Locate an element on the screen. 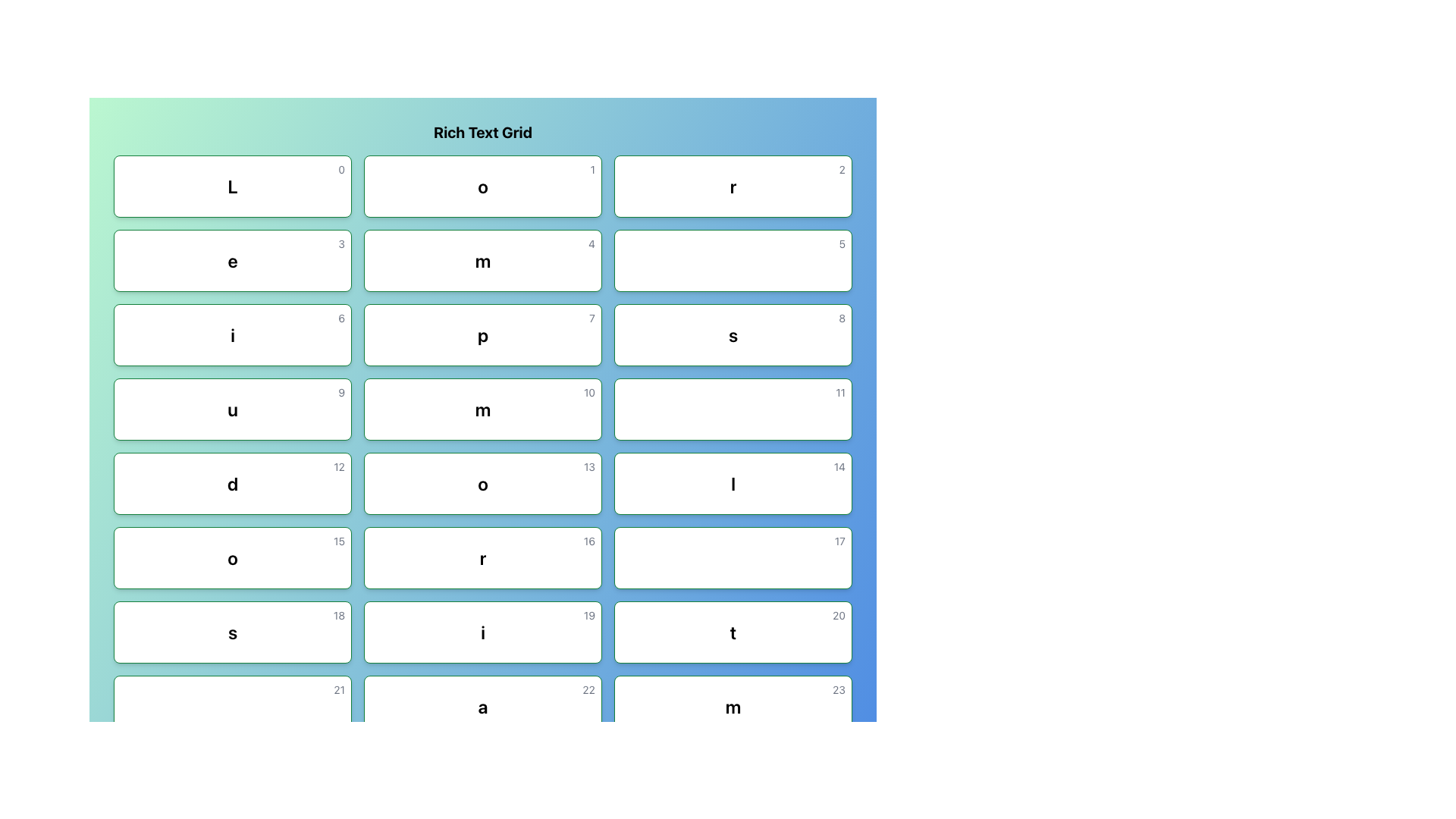  the grid cell located in the 8th row and 1st column, which is beneath the element labeled '21' and to the left of '25' is located at coordinates (232, 780).